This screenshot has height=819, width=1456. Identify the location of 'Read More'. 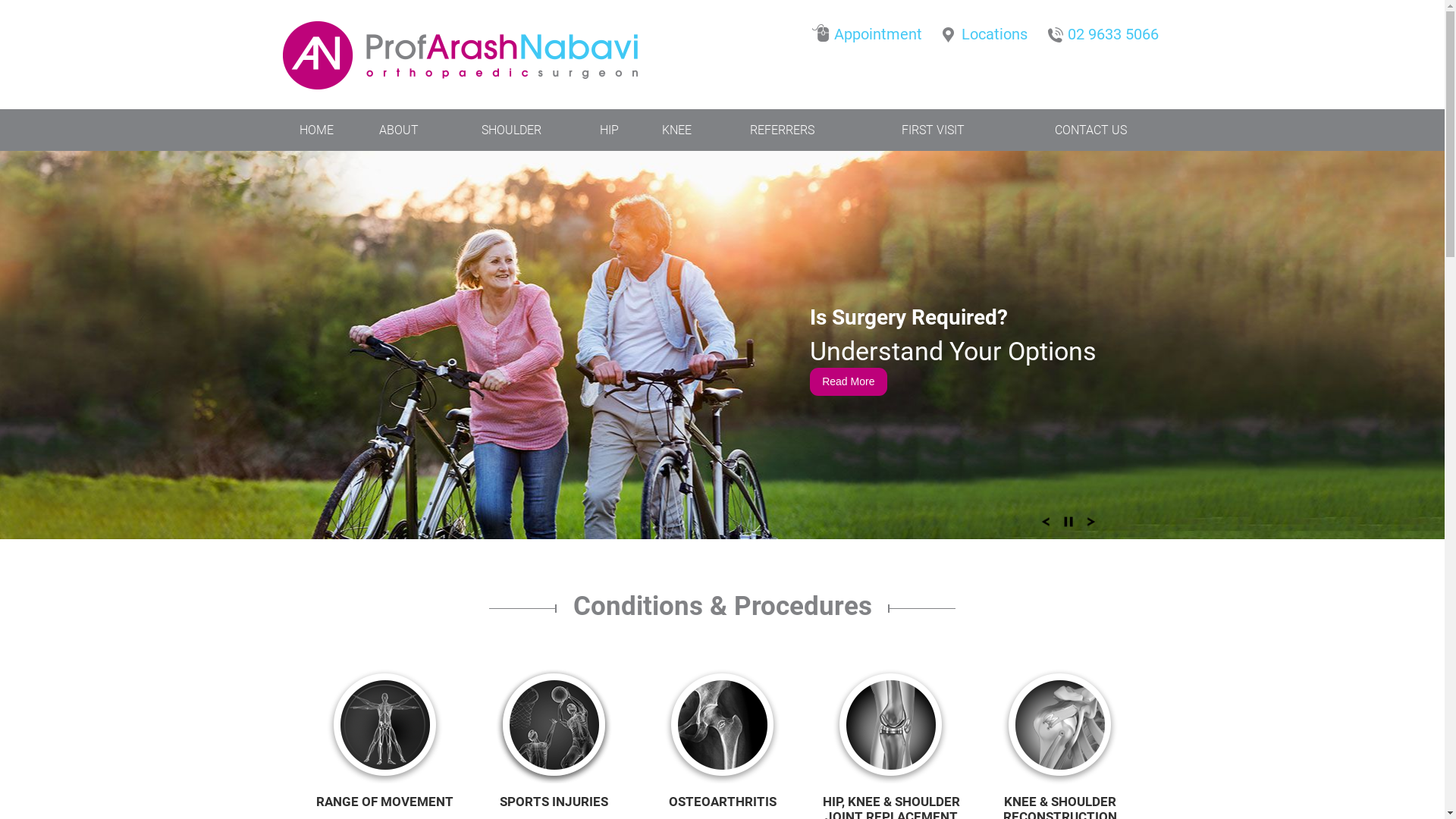
(809, 381).